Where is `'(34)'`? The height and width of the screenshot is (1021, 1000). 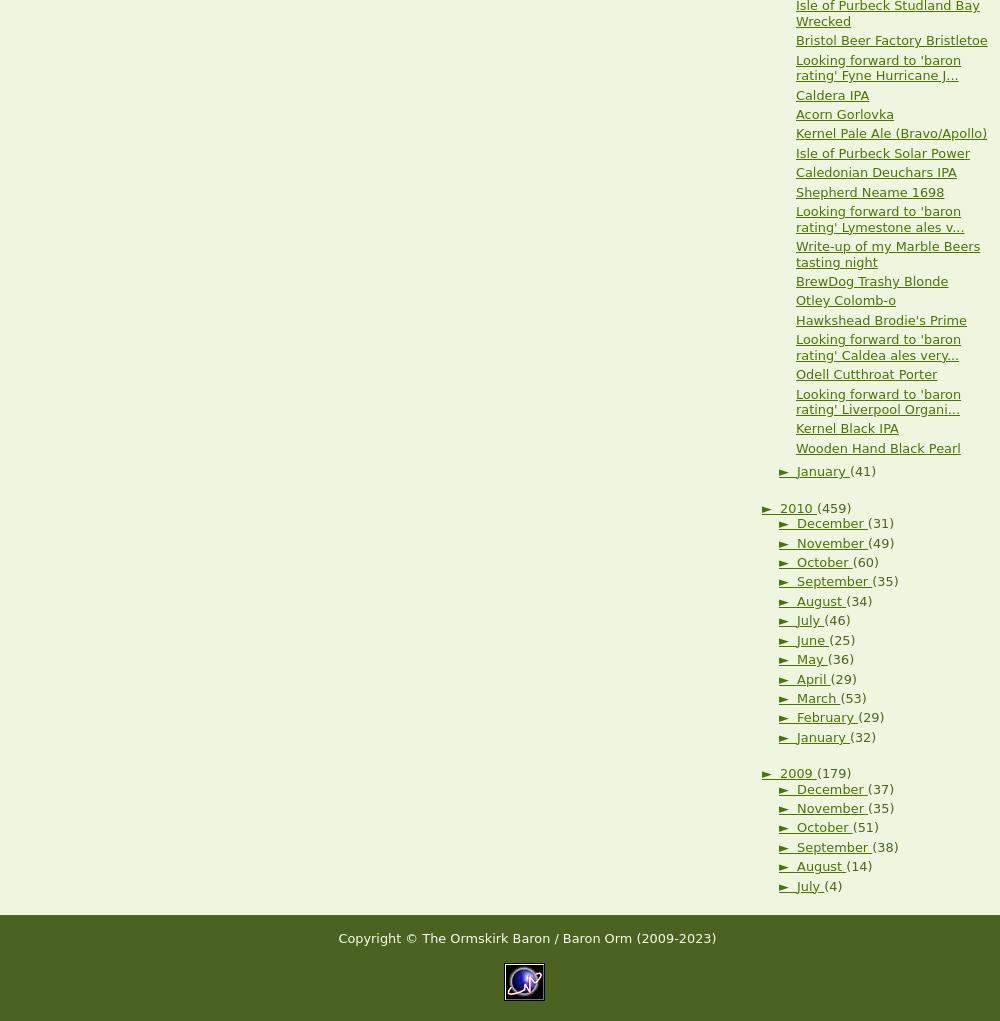
'(34)' is located at coordinates (858, 600).